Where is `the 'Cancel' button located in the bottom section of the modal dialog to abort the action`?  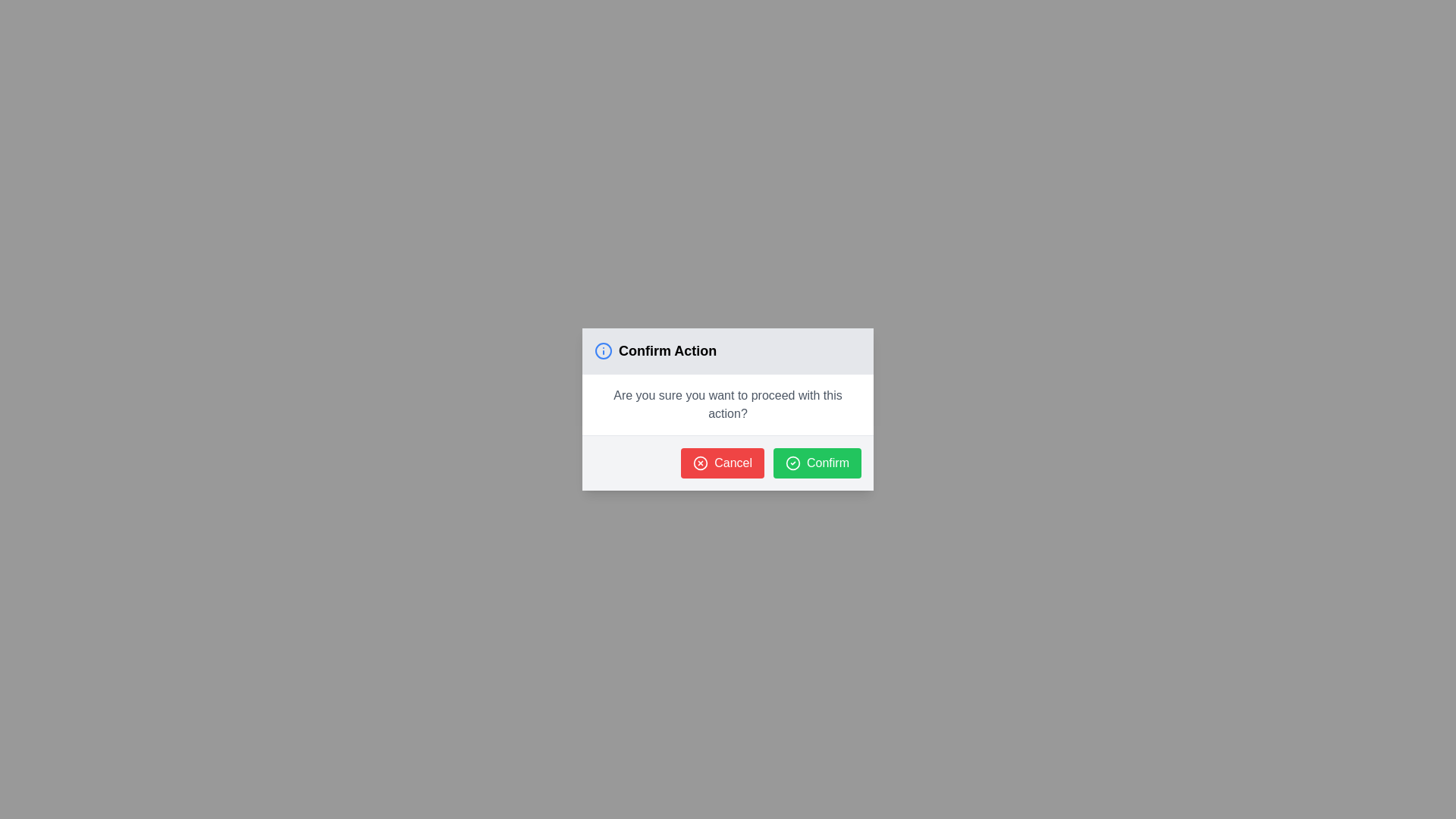
the 'Cancel' button located in the bottom section of the modal dialog to abort the action is located at coordinates (728, 461).